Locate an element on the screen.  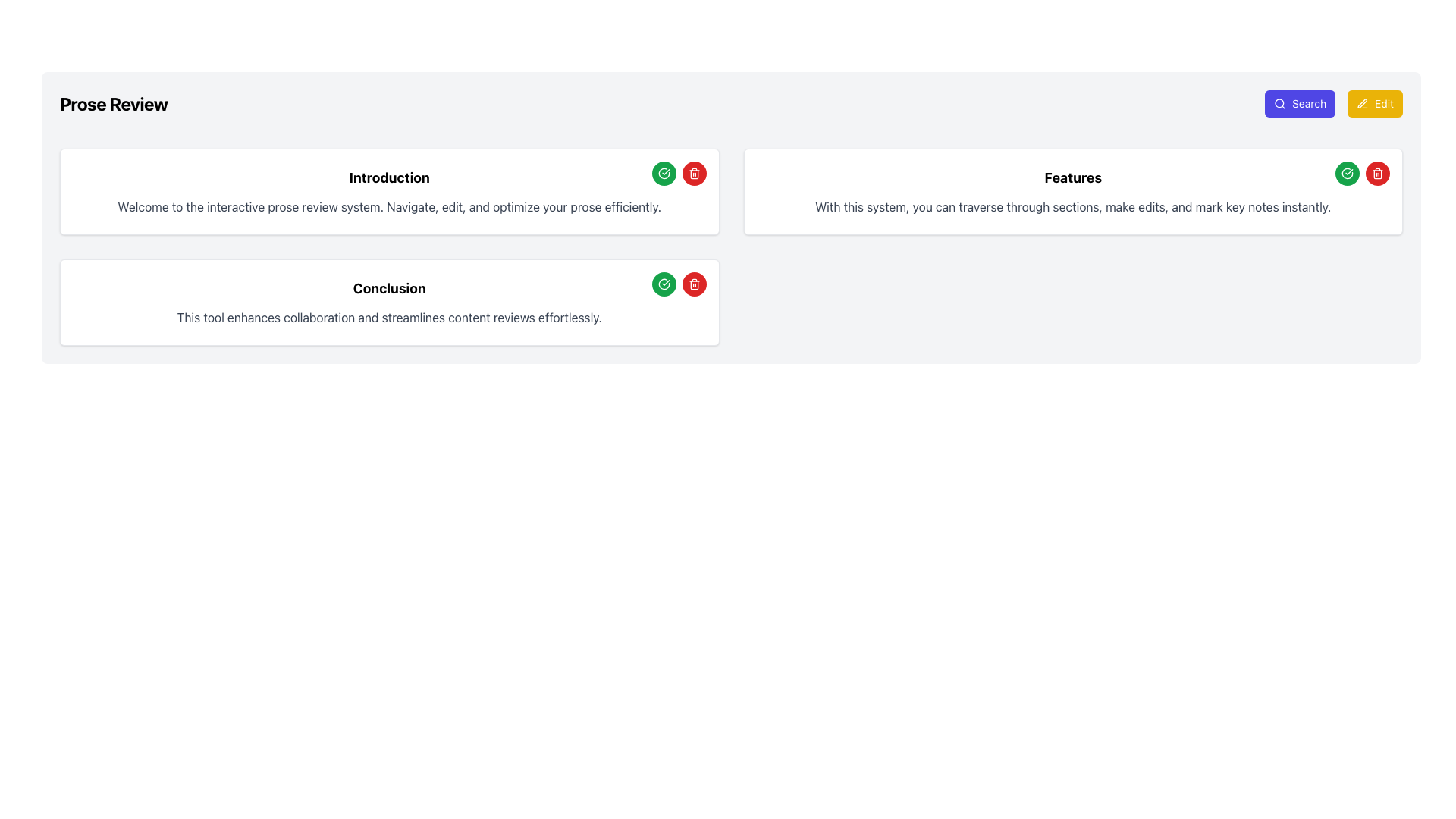
the magnifying glass icon, which is located to the left of the purple 'Search' button in the top-right corner of the interface is located at coordinates (1279, 103).